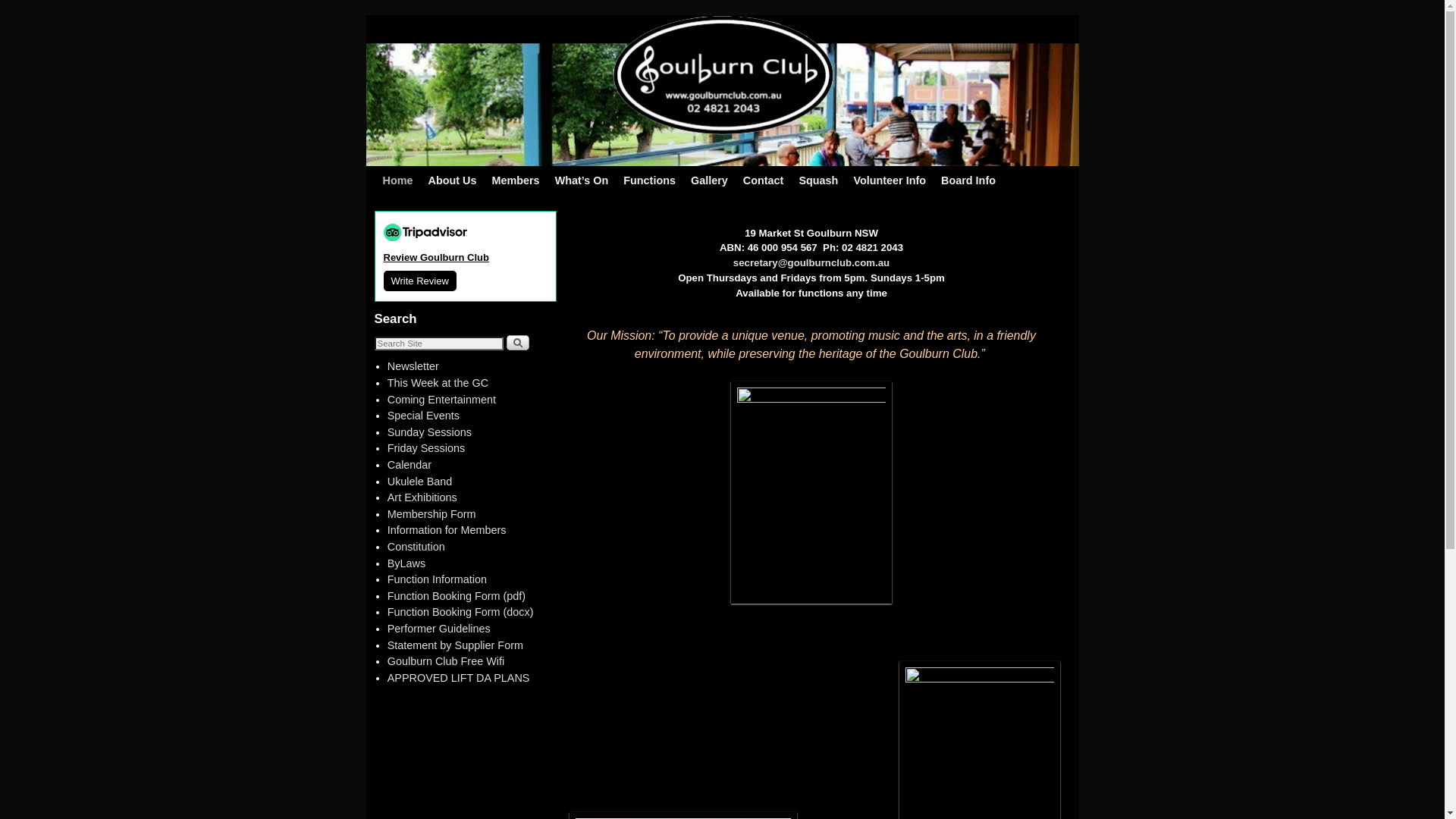 Image resolution: width=1456 pixels, height=819 pixels. What do you see at coordinates (764, 180) in the screenshot?
I see `'Contact'` at bounding box center [764, 180].